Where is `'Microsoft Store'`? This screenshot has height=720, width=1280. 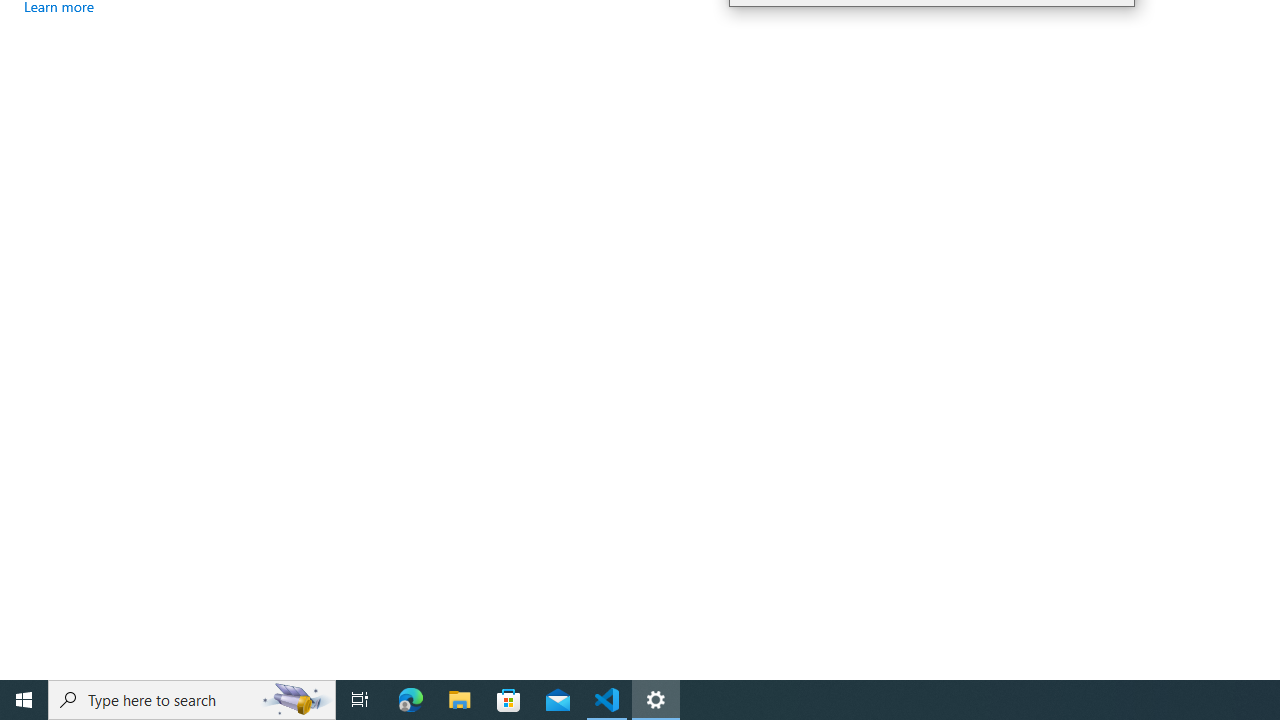 'Microsoft Store' is located at coordinates (509, 698).